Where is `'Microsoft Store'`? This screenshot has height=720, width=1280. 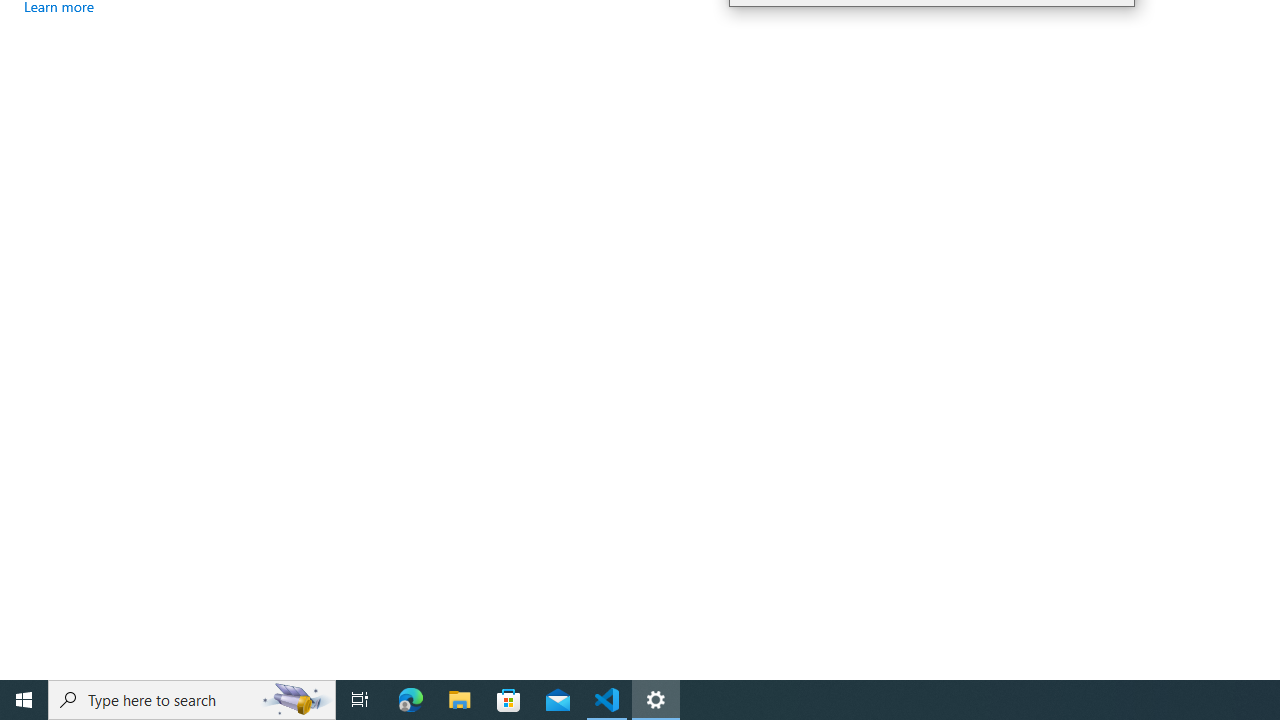 'Microsoft Store' is located at coordinates (509, 698).